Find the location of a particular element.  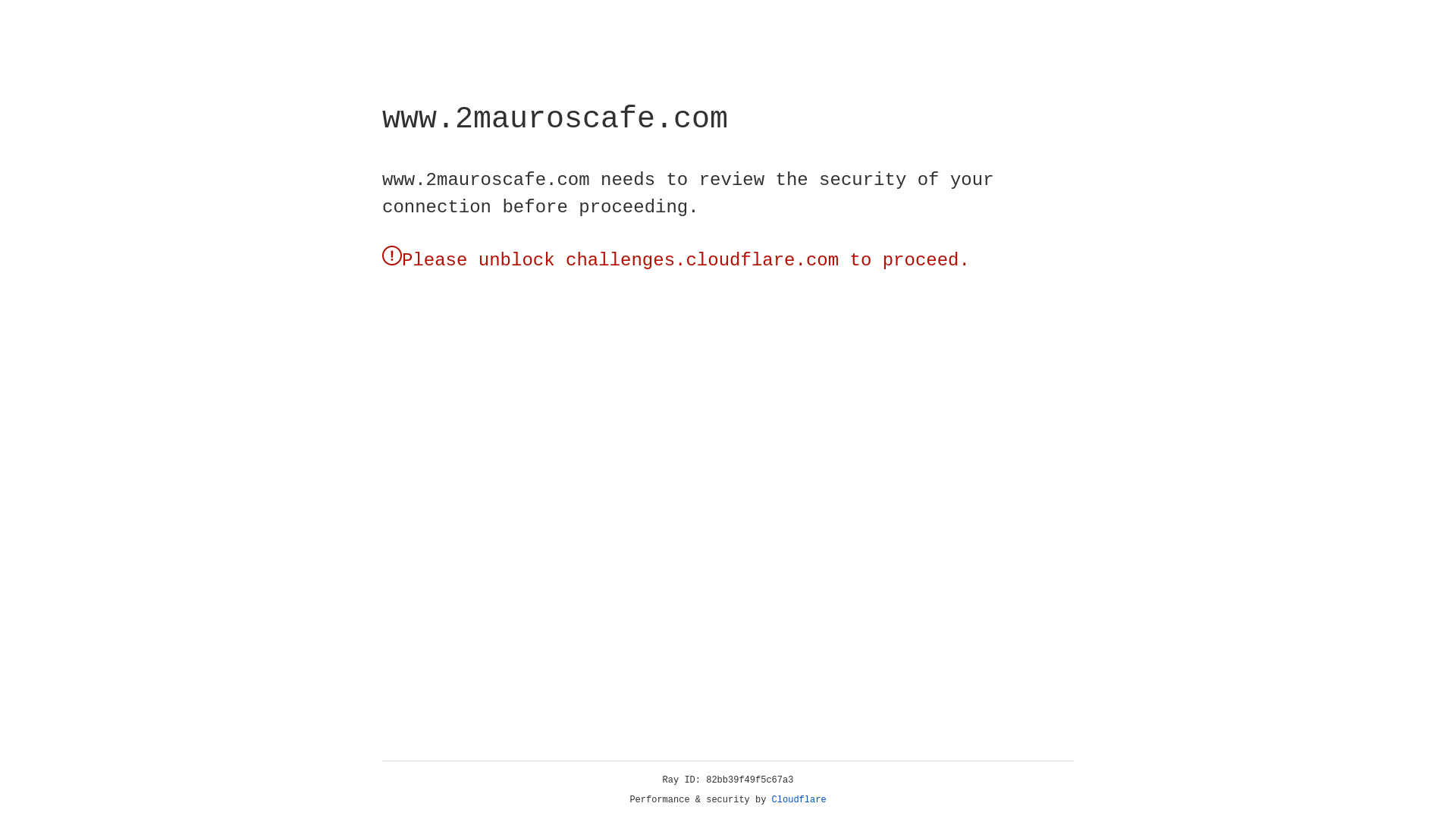

'Cloudflare' is located at coordinates (799, 799).